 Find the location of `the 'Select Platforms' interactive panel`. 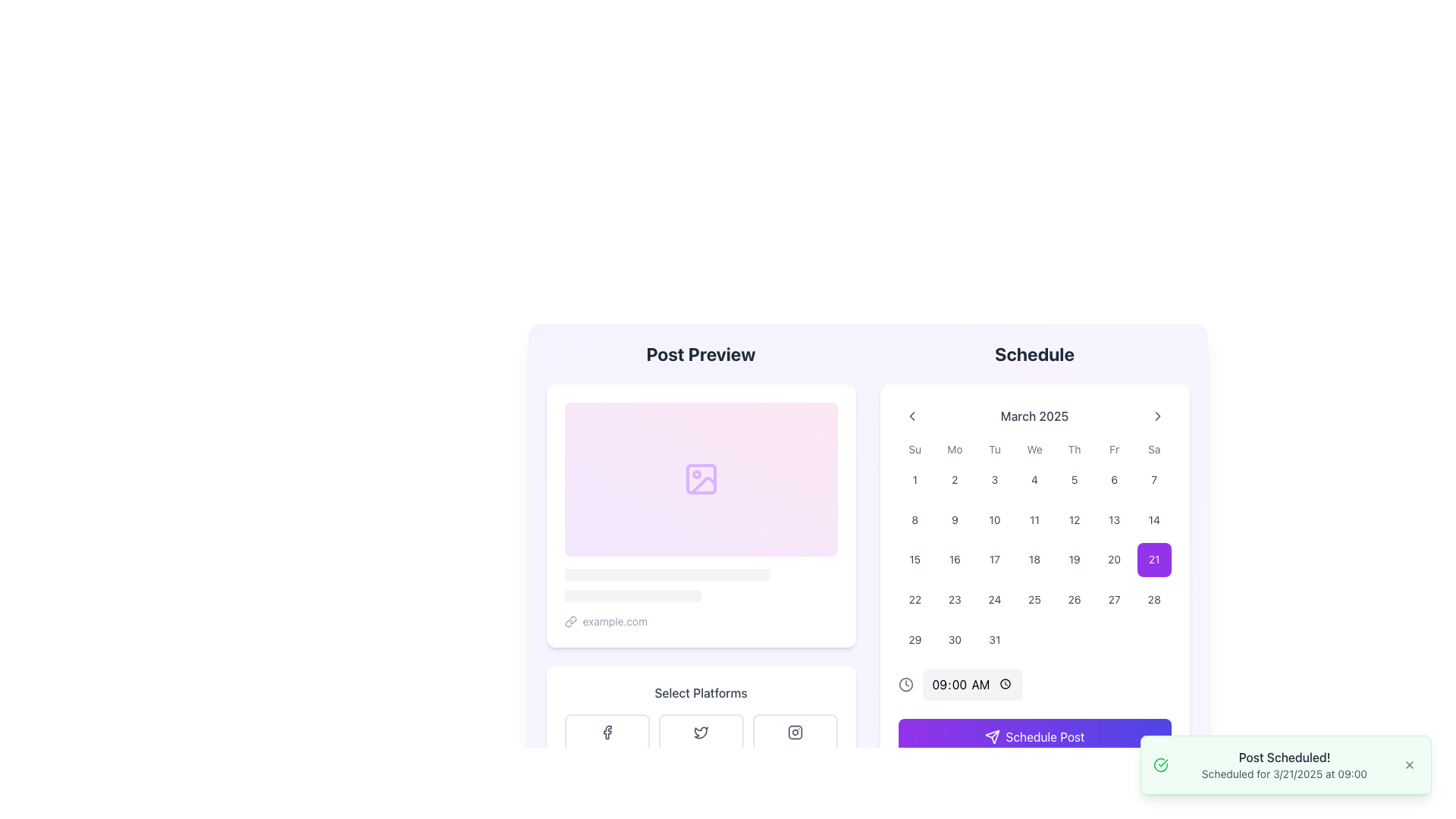

the 'Select Platforms' interactive panel is located at coordinates (700, 717).